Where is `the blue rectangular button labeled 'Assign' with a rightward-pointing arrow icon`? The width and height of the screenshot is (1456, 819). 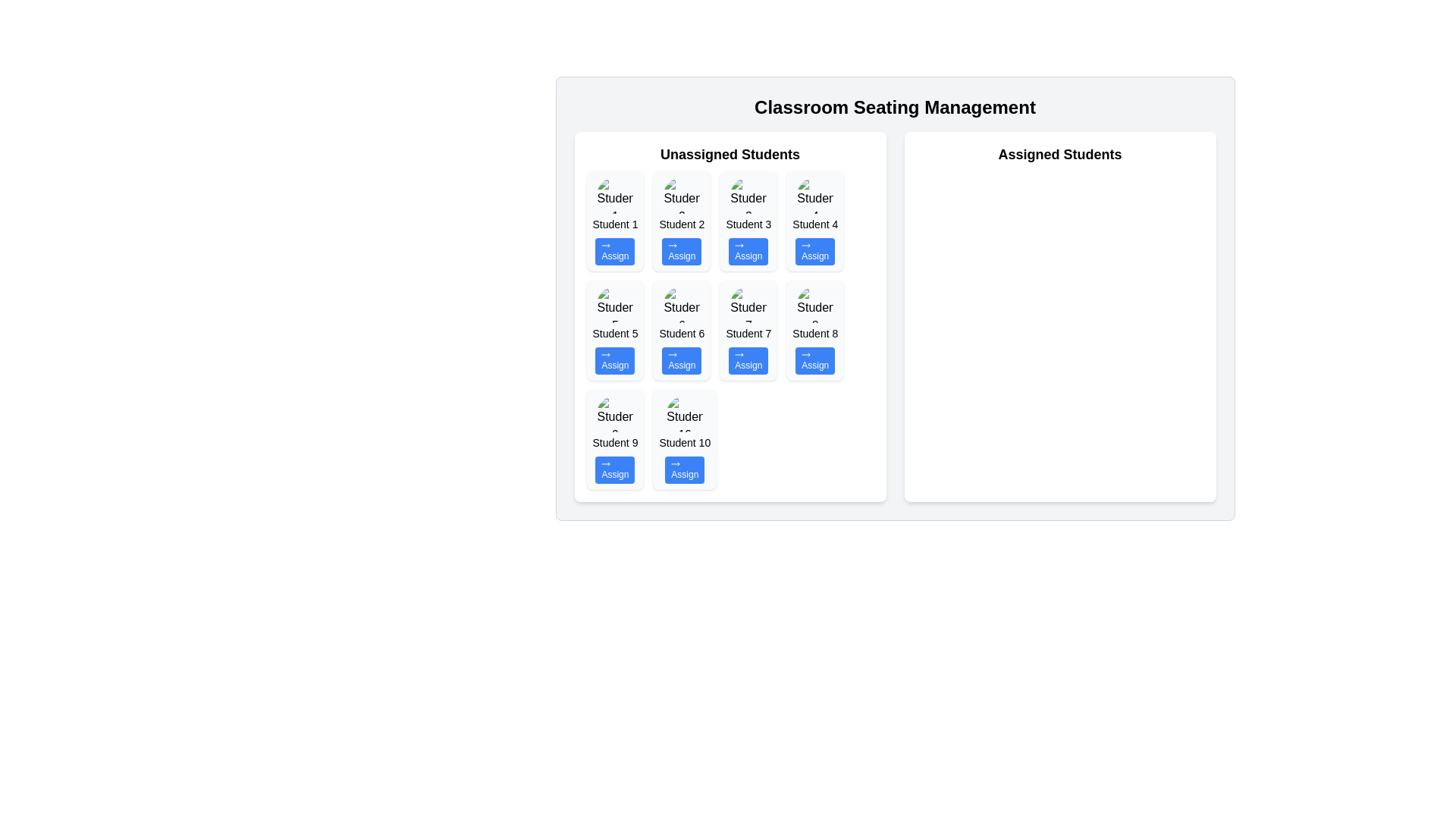 the blue rectangular button labeled 'Assign' with a rightward-pointing arrow icon is located at coordinates (684, 469).